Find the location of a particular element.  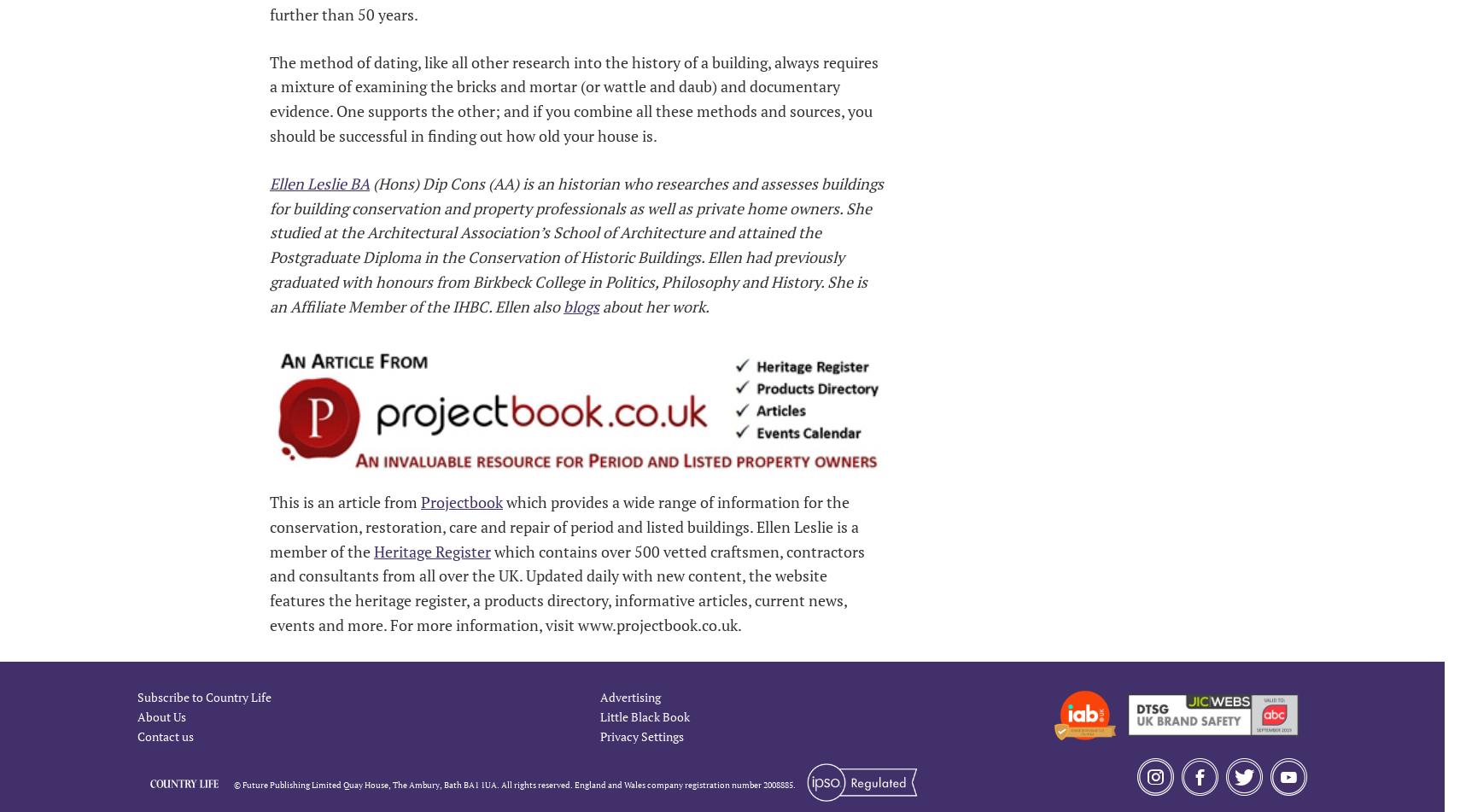

'Privacy Settings' is located at coordinates (642, 734).